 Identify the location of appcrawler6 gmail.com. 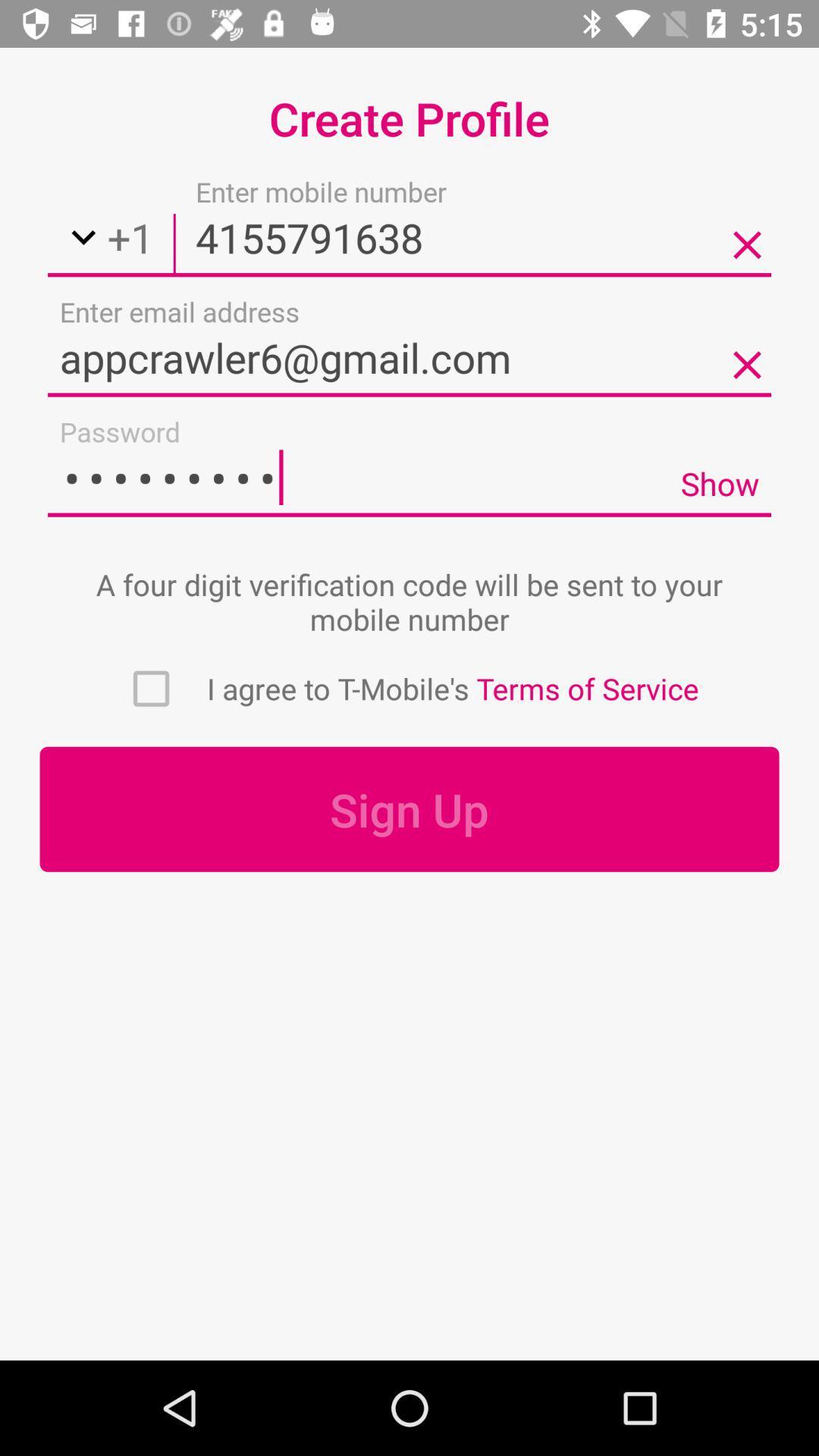
(409, 356).